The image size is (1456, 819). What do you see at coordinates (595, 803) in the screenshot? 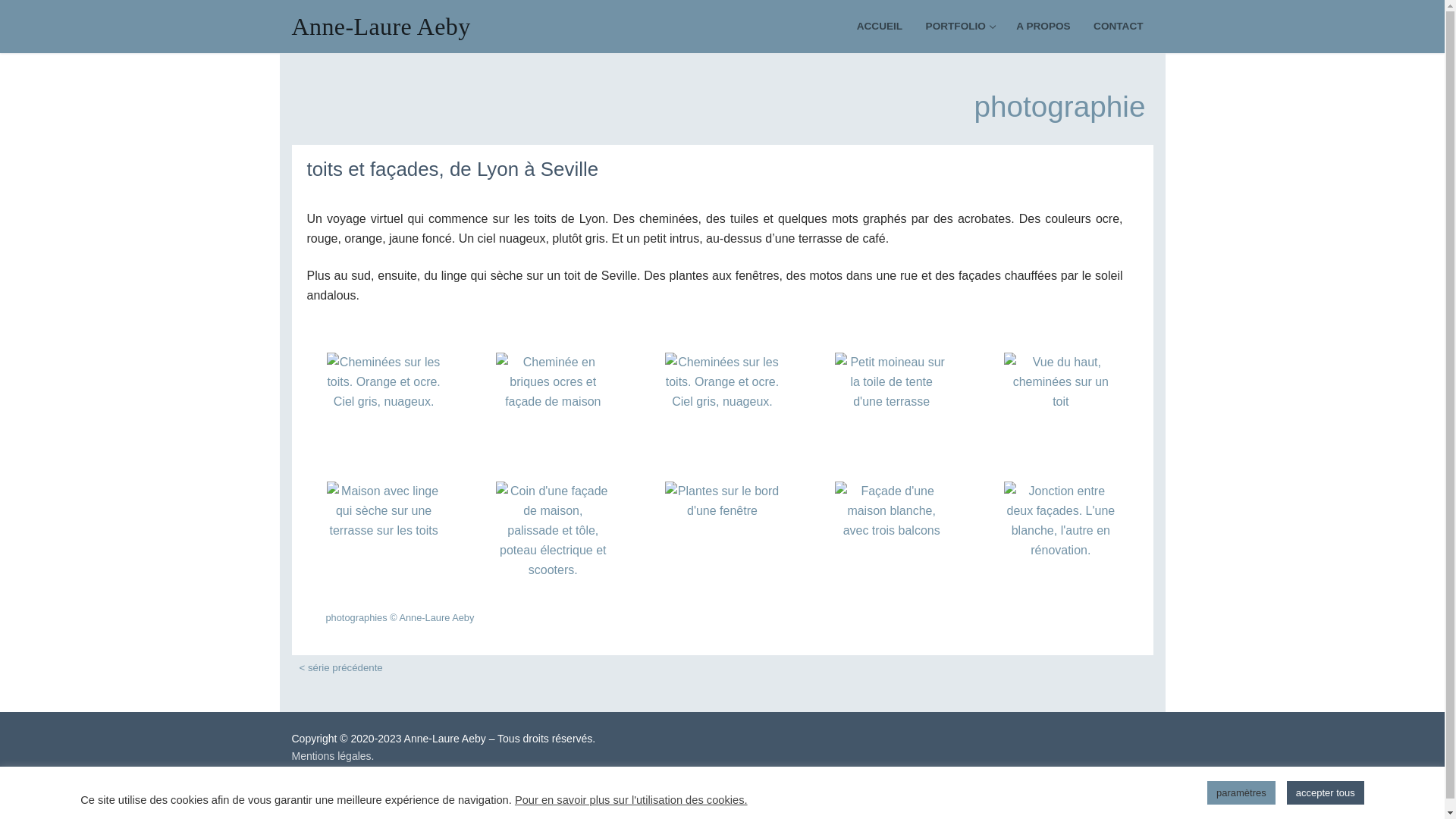
I see `'Terms of Service'` at bounding box center [595, 803].